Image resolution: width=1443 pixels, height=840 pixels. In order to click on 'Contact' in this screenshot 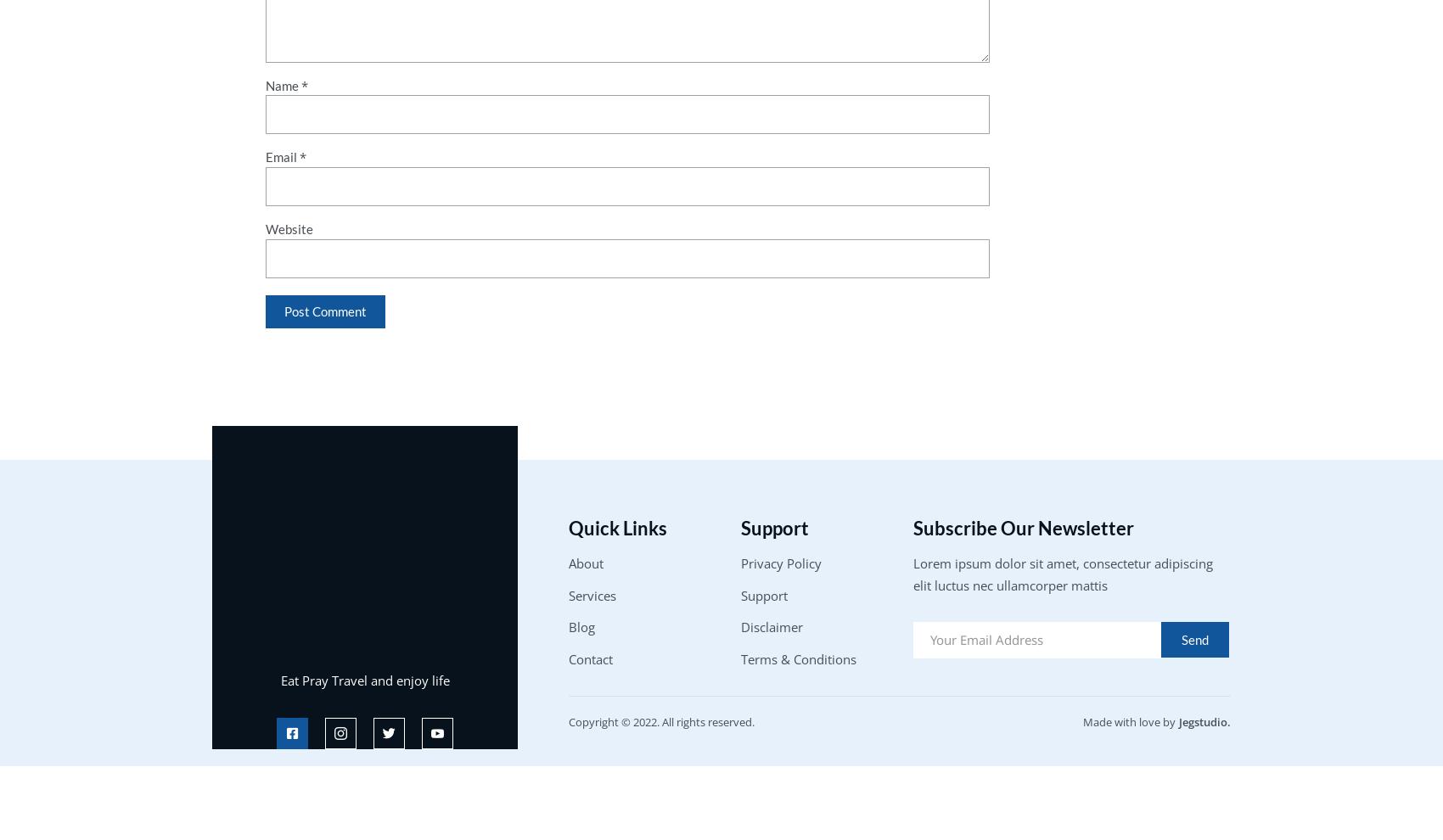, I will do `click(568, 658)`.